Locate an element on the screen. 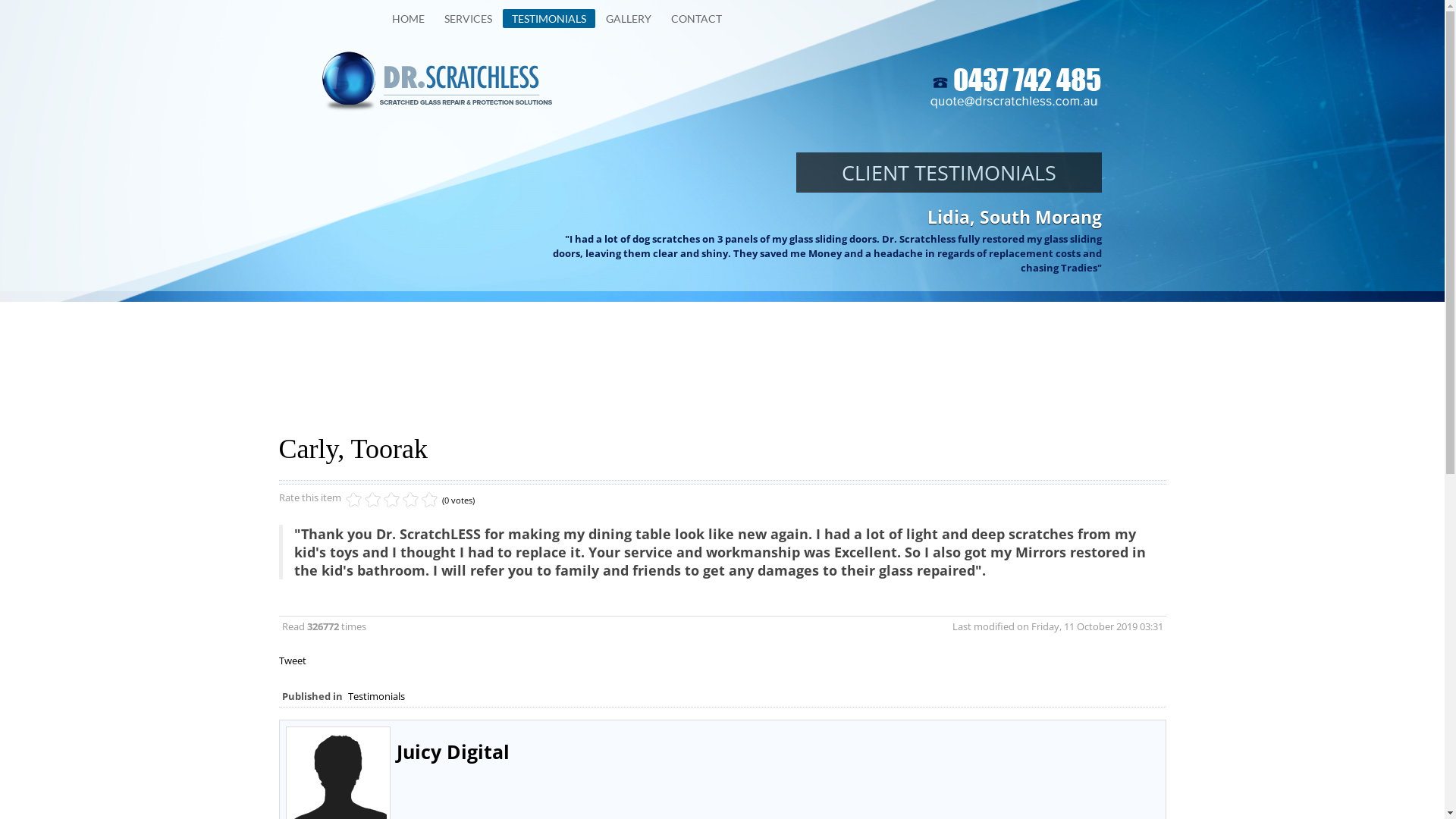 The image size is (1456, 819). '1' is located at coordinates (353, 500).